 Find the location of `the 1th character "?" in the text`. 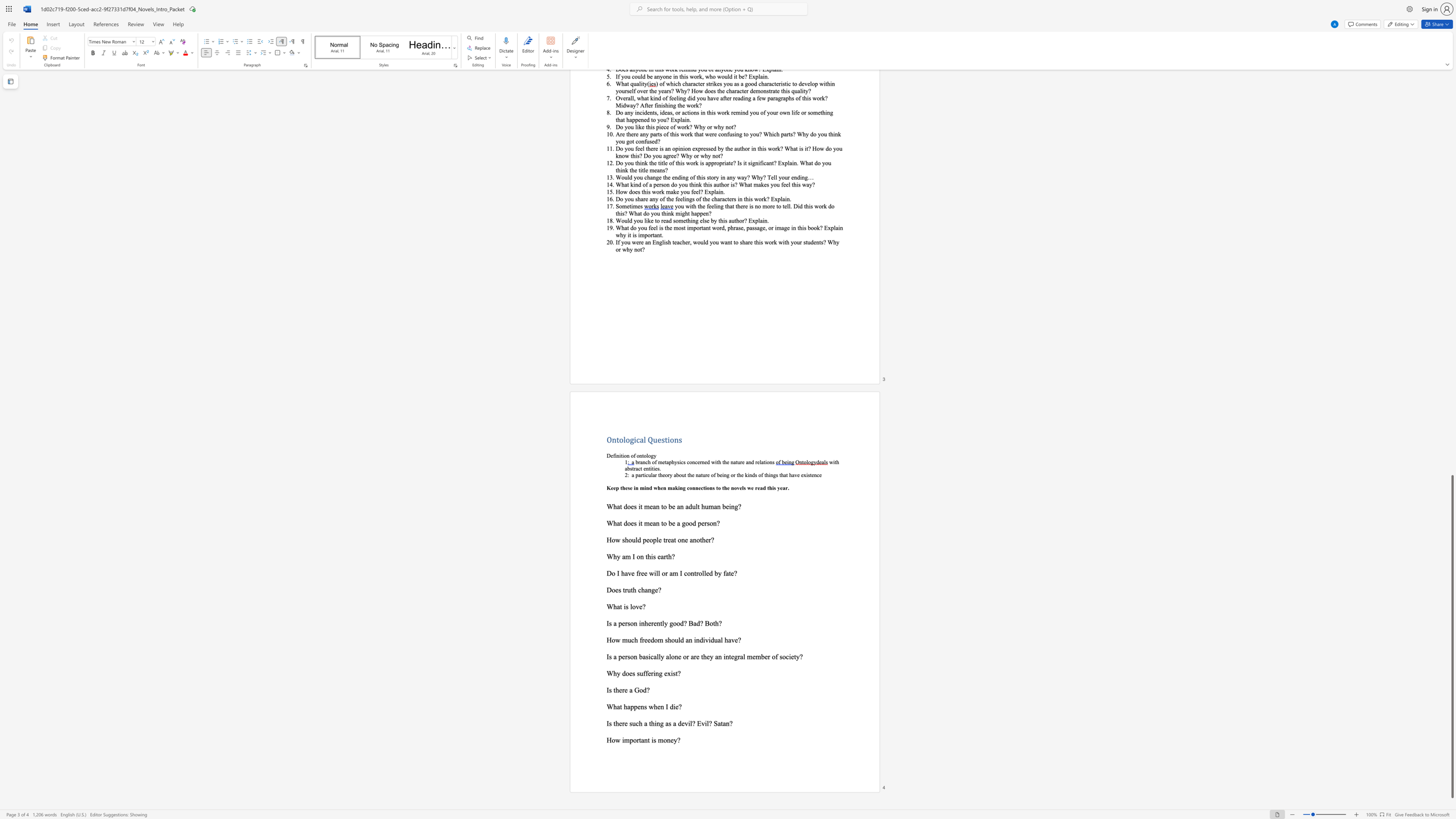

the 1th character "?" in the text is located at coordinates (643, 606).